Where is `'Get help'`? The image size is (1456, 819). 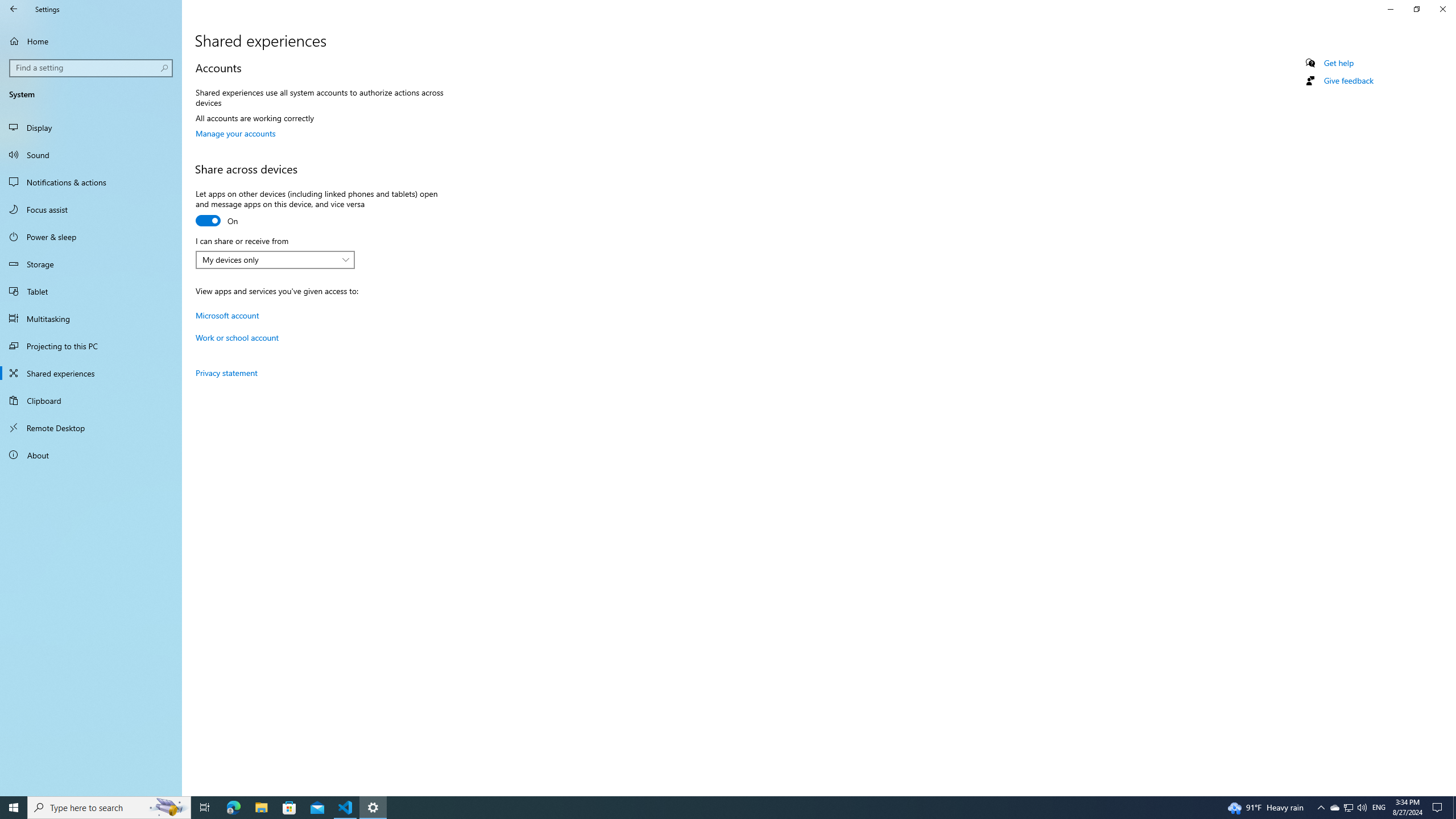
'Get help' is located at coordinates (1338, 63).